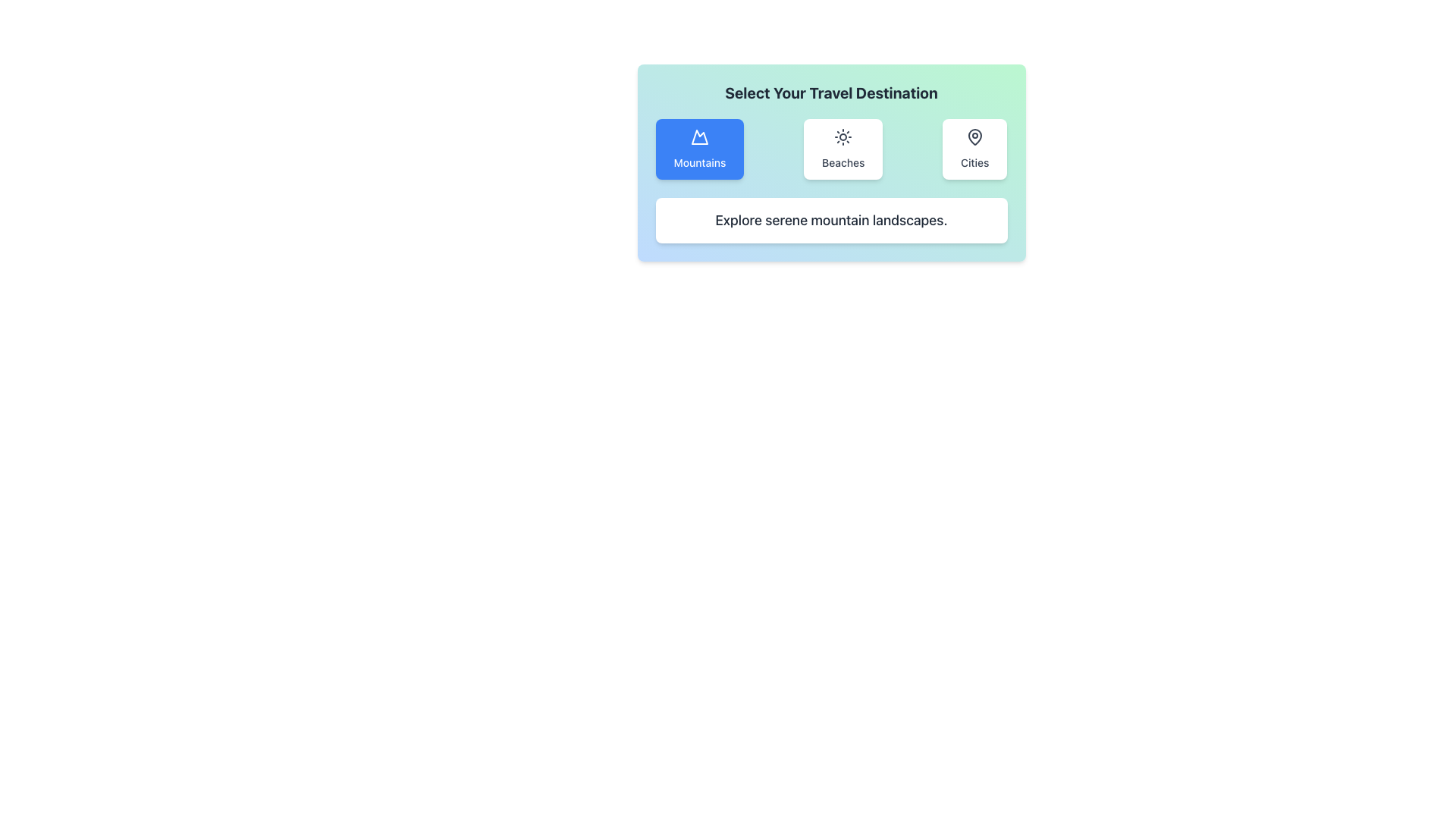 Image resolution: width=1456 pixels, height=819 pixels. I want to click on descriptive text at the bottom of the travel destinations selection card, which contains buttons for 'Mountains,' 'Beaches,' and 'Cities.', so click(830, 163).